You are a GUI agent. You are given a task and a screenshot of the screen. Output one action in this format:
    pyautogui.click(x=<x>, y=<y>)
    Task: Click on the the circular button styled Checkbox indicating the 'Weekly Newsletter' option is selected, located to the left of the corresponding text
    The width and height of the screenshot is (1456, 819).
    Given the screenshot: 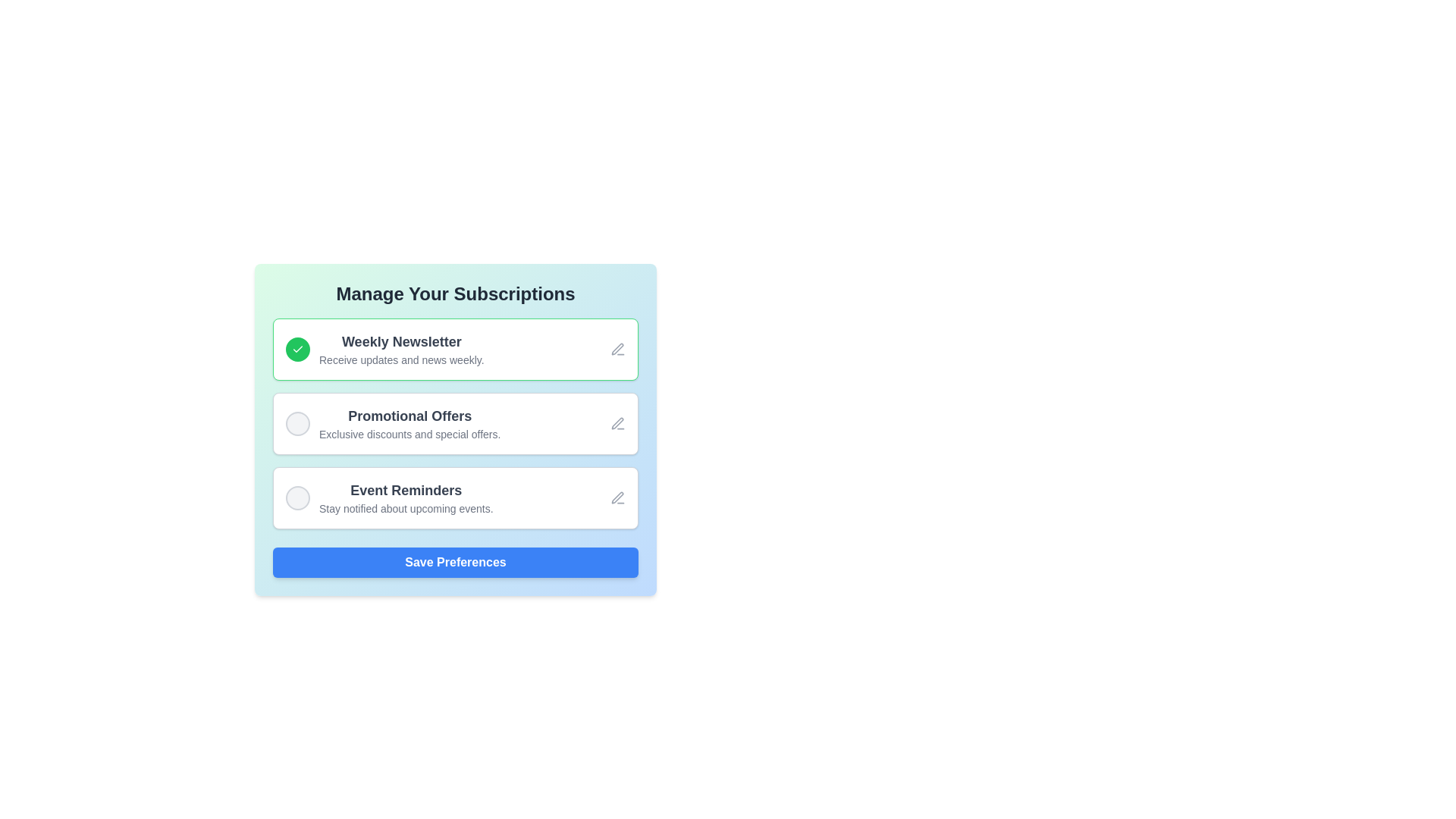 What is the action you would take?
    pyautogui.click(x=298, y=350)
    